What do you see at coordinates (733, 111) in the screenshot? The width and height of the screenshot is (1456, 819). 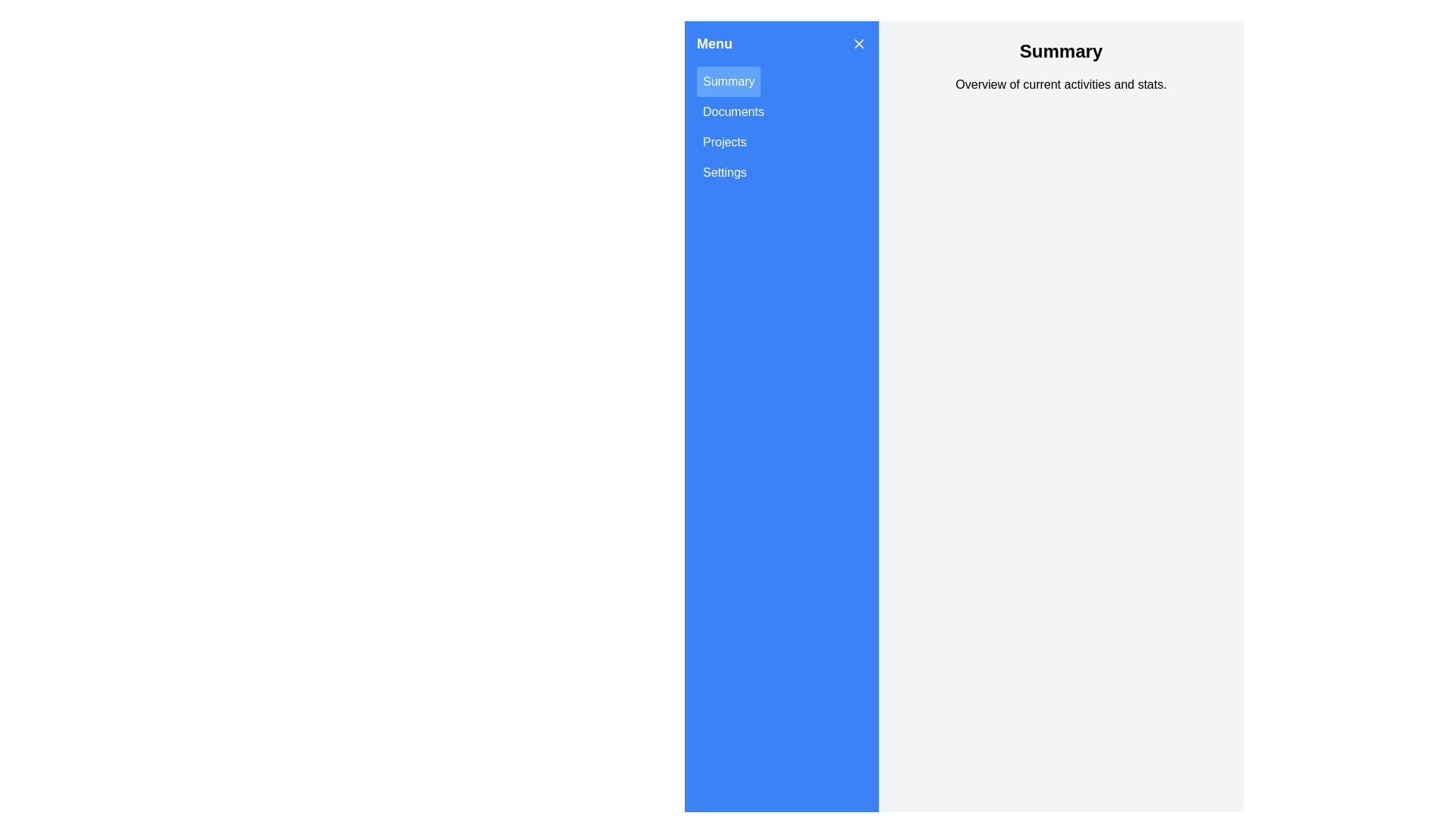 I see `the Documents section from the menu` at bounding box center [733, 111].